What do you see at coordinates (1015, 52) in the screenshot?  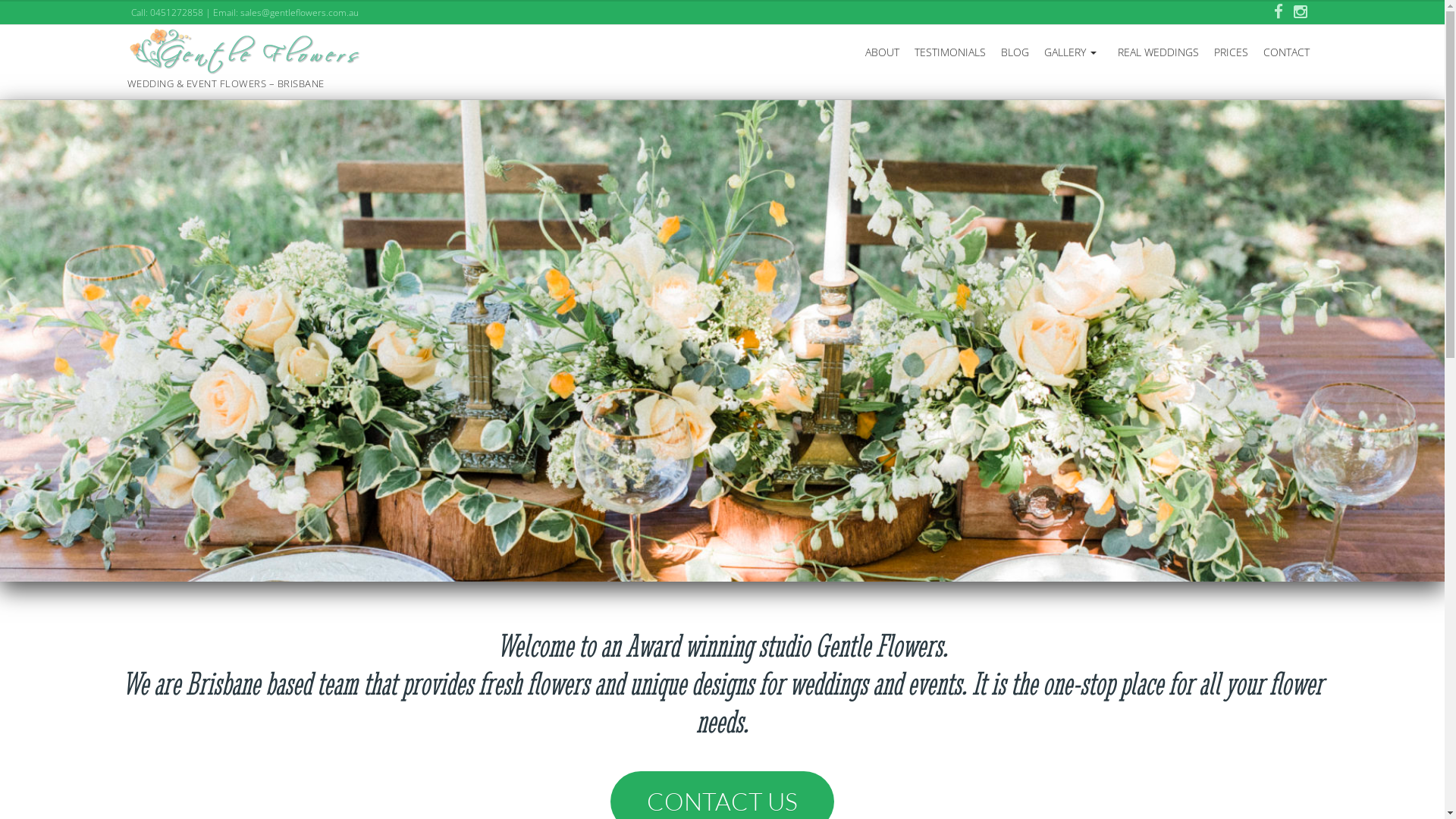 I see `'BLOG'` at bounding box center [1015, 52].